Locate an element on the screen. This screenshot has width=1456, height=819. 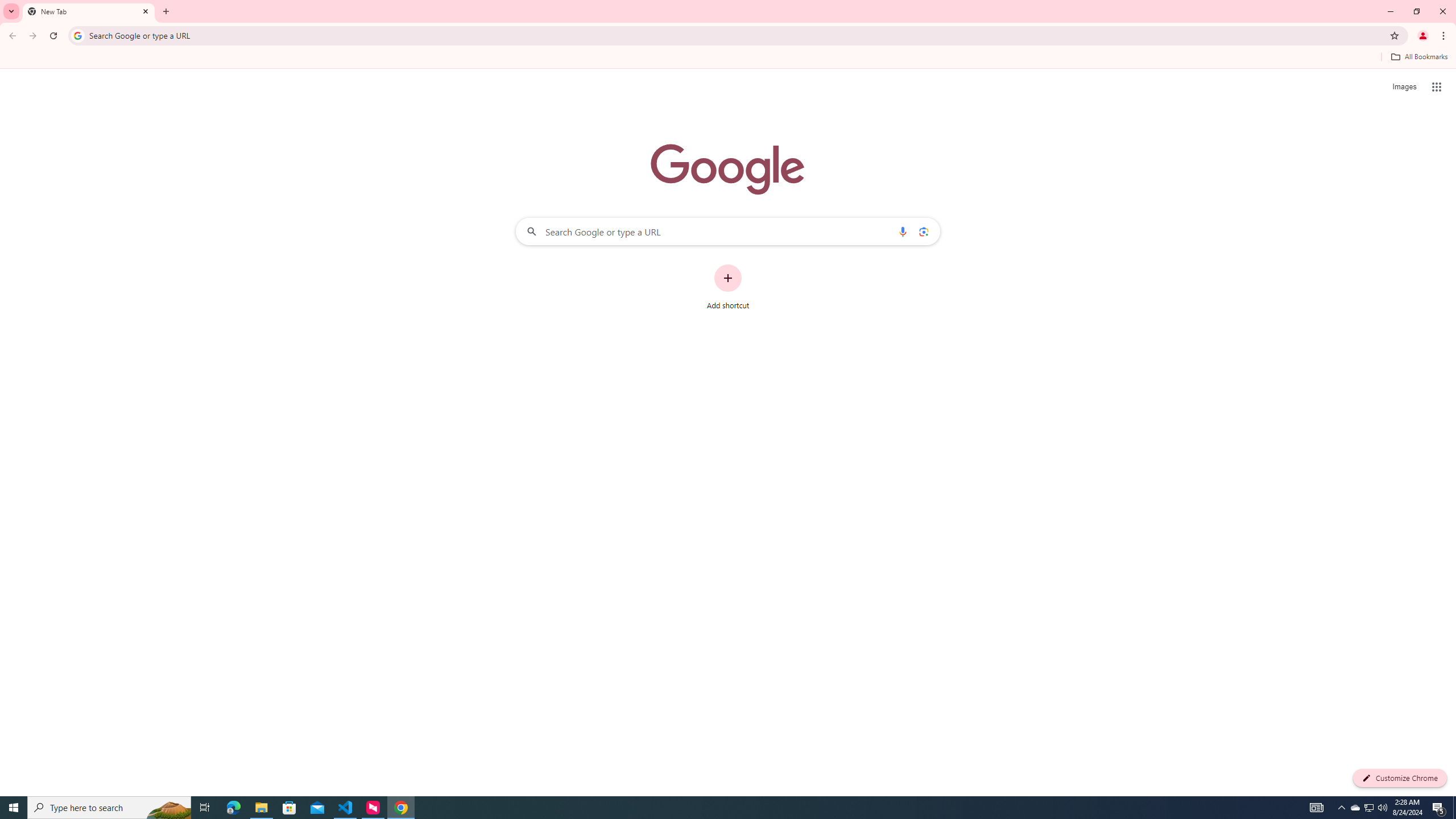
'Search by voice' is located at coordinates (902, 230).